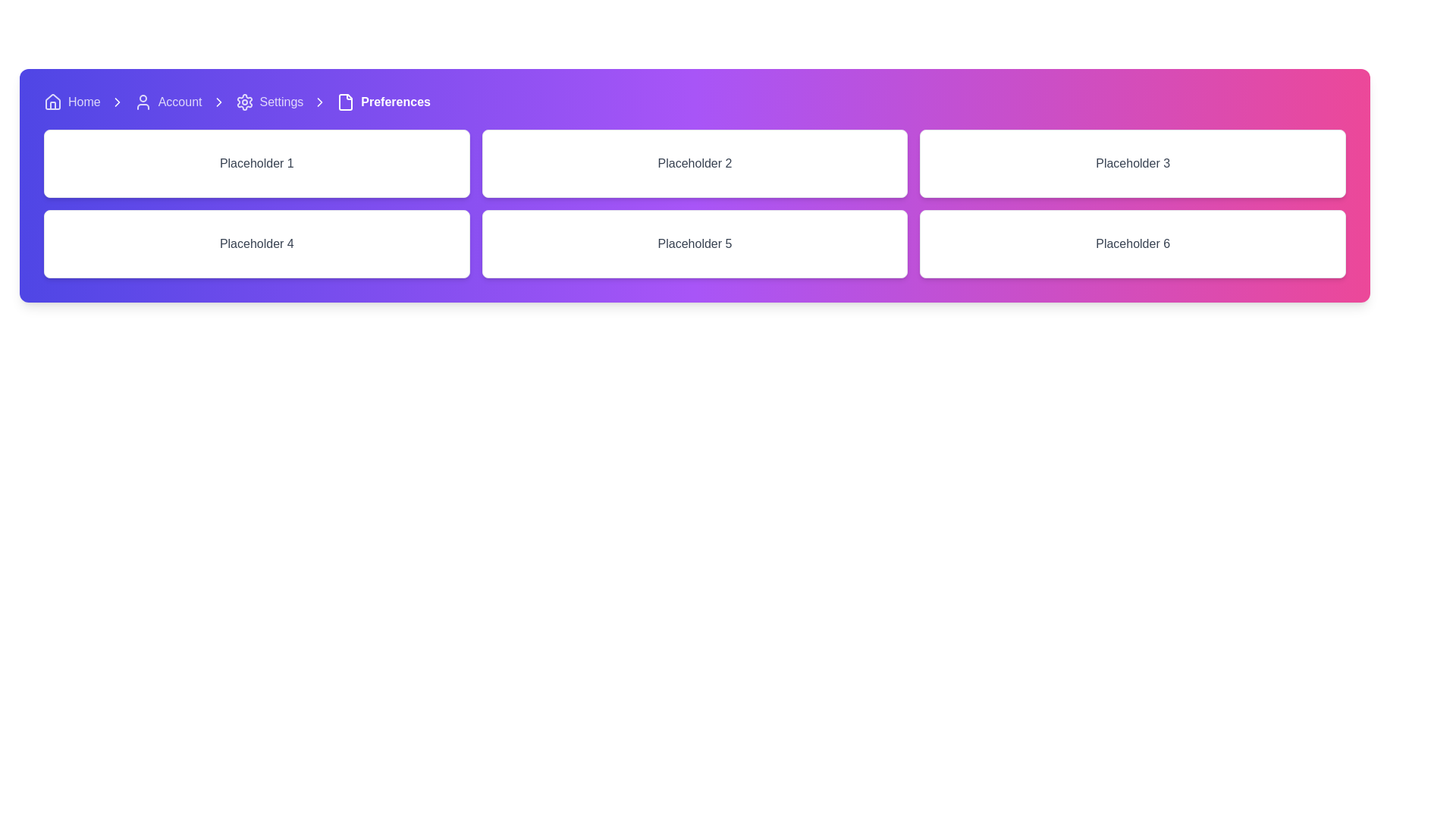  What do you see at coordinates (319, 102) in the screenshot?
I see `right-pointing chevron icon in the breadcrumb navigation interface, which separates 'Settings' and 'Preferences'` at bounding box center [319, 102].